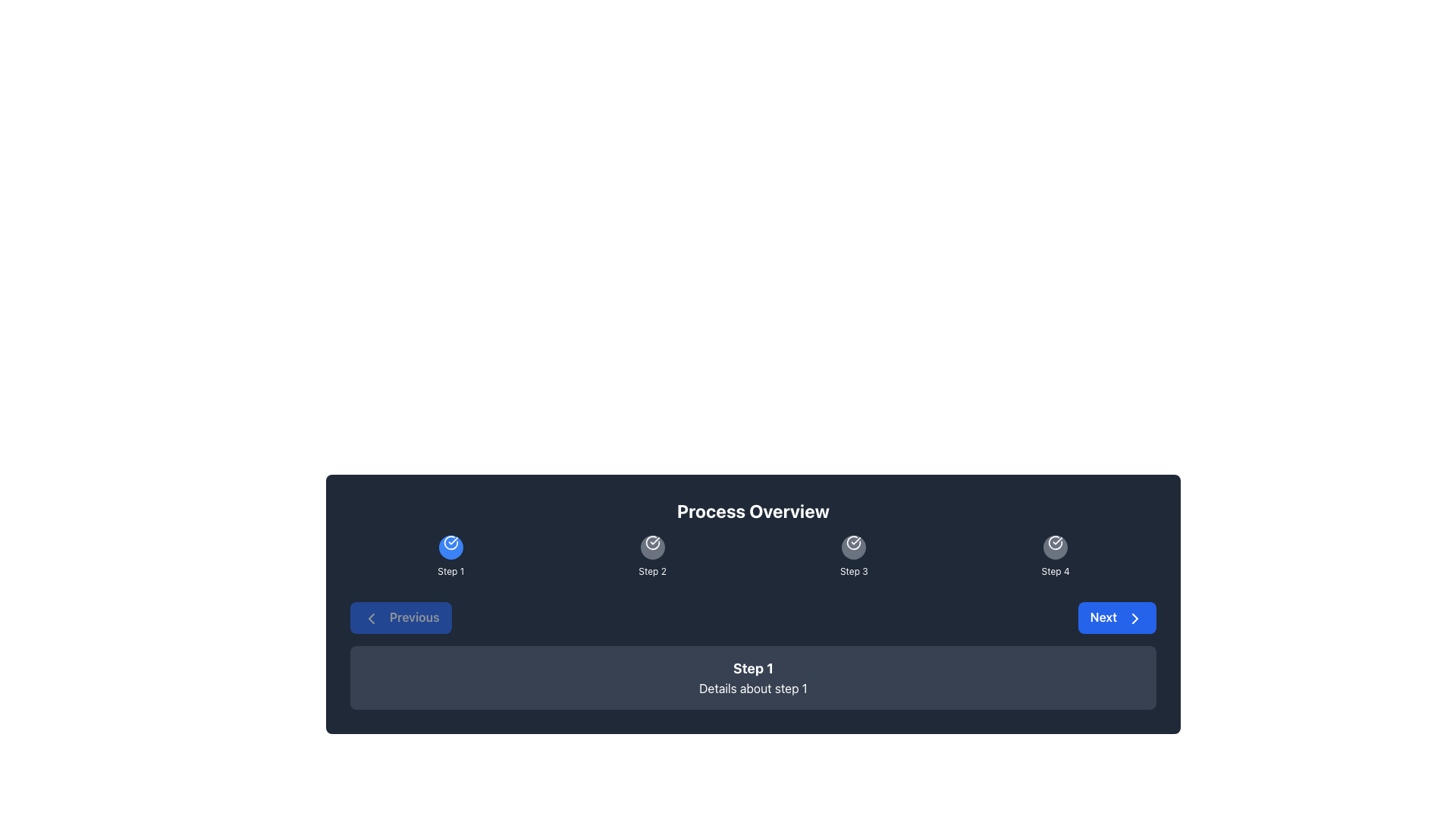  Describe the element at coordinates (450, 556) in the screenshot. I see `the Interactive step indicator labeled 'Step 1', which is highlighted in blue and indicates that this step is completed` at that location.